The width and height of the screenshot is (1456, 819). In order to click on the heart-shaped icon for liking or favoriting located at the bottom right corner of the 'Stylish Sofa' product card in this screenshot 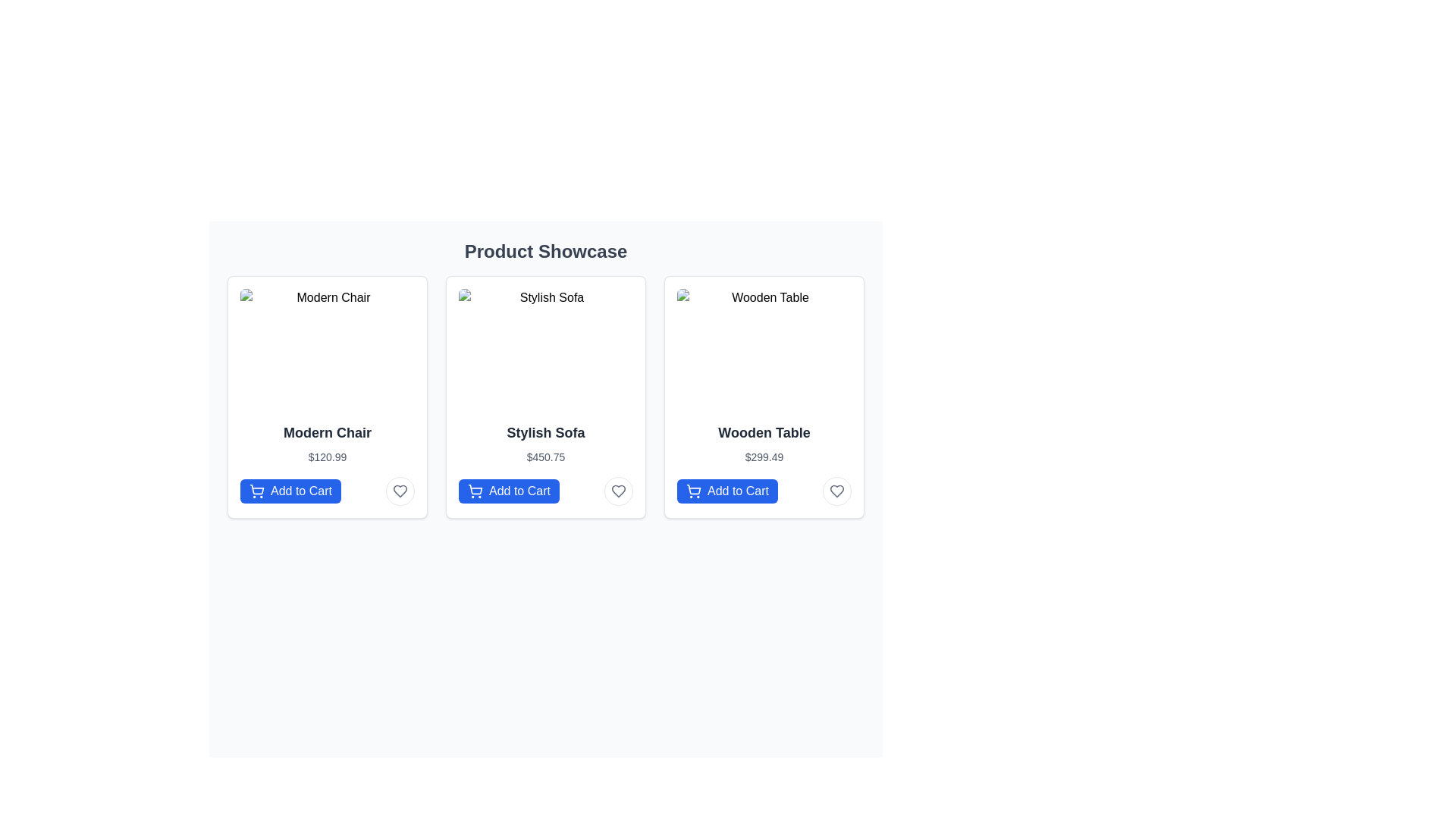, I will do `click(619, 491)`.